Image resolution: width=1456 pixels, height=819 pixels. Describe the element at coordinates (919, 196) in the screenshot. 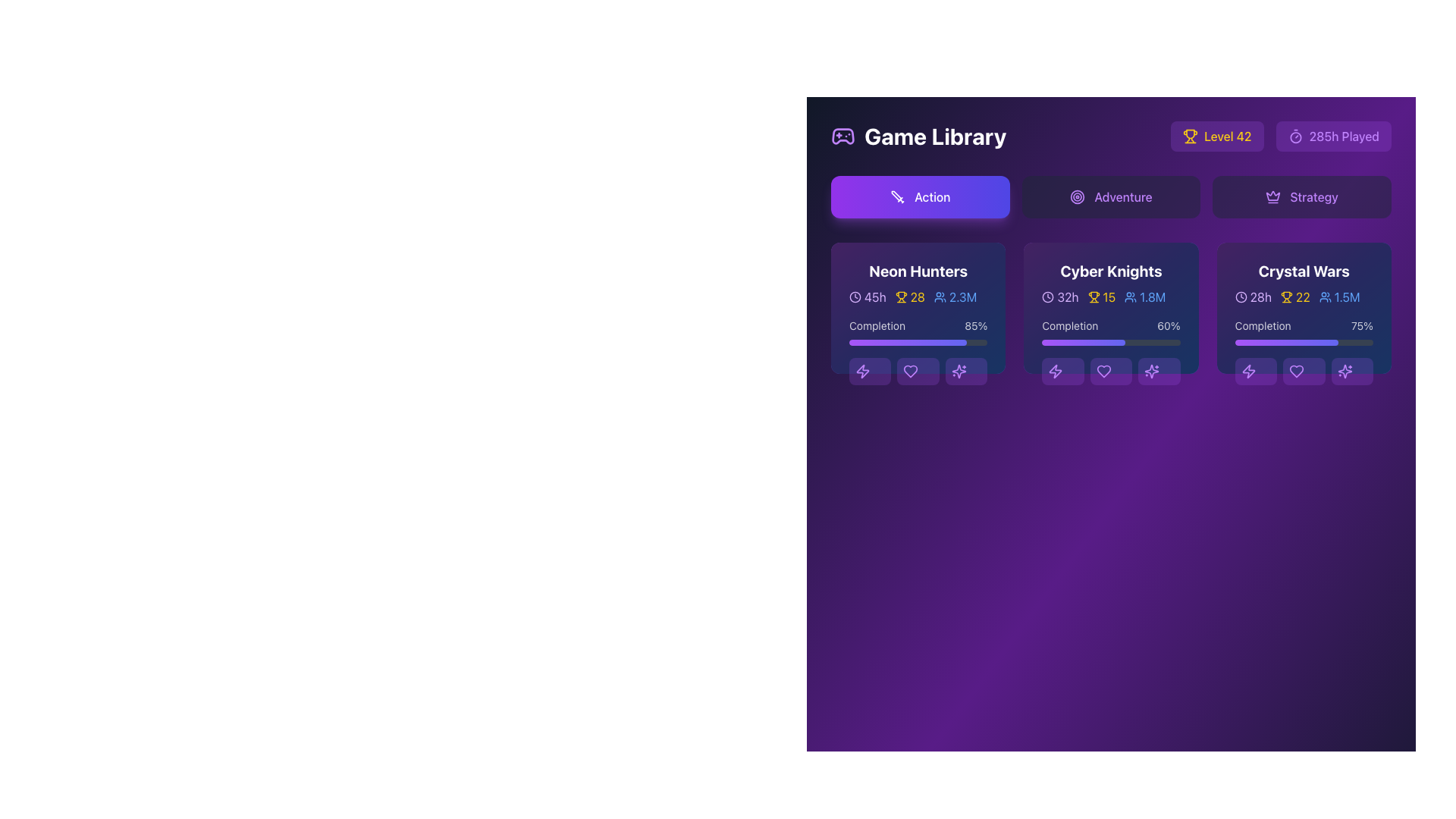

I see `the first button in a row of three buttons that serves as a category filter for 'Action'` at that location.